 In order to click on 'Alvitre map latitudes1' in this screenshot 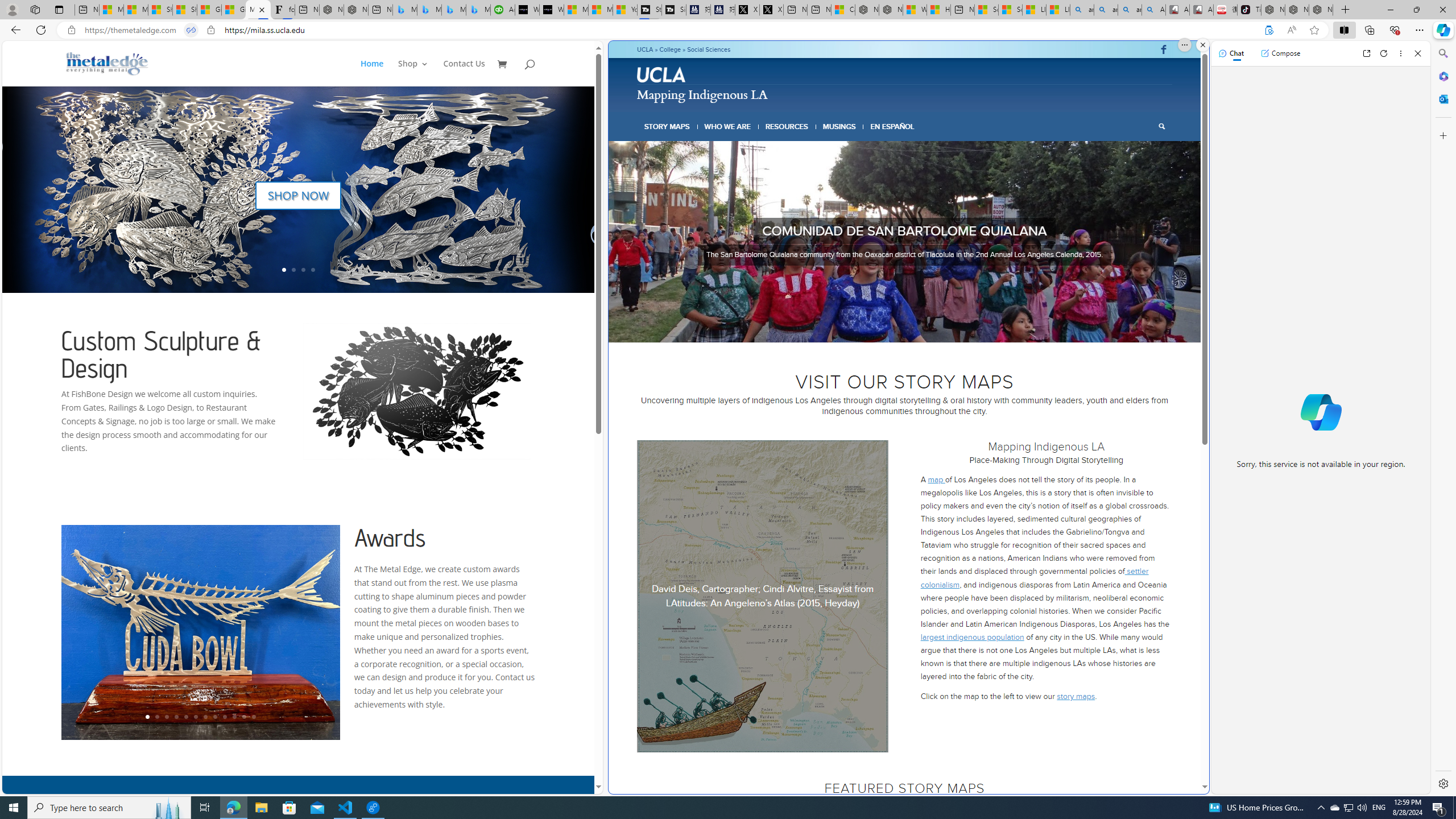, I will do `click(763, 596)`.